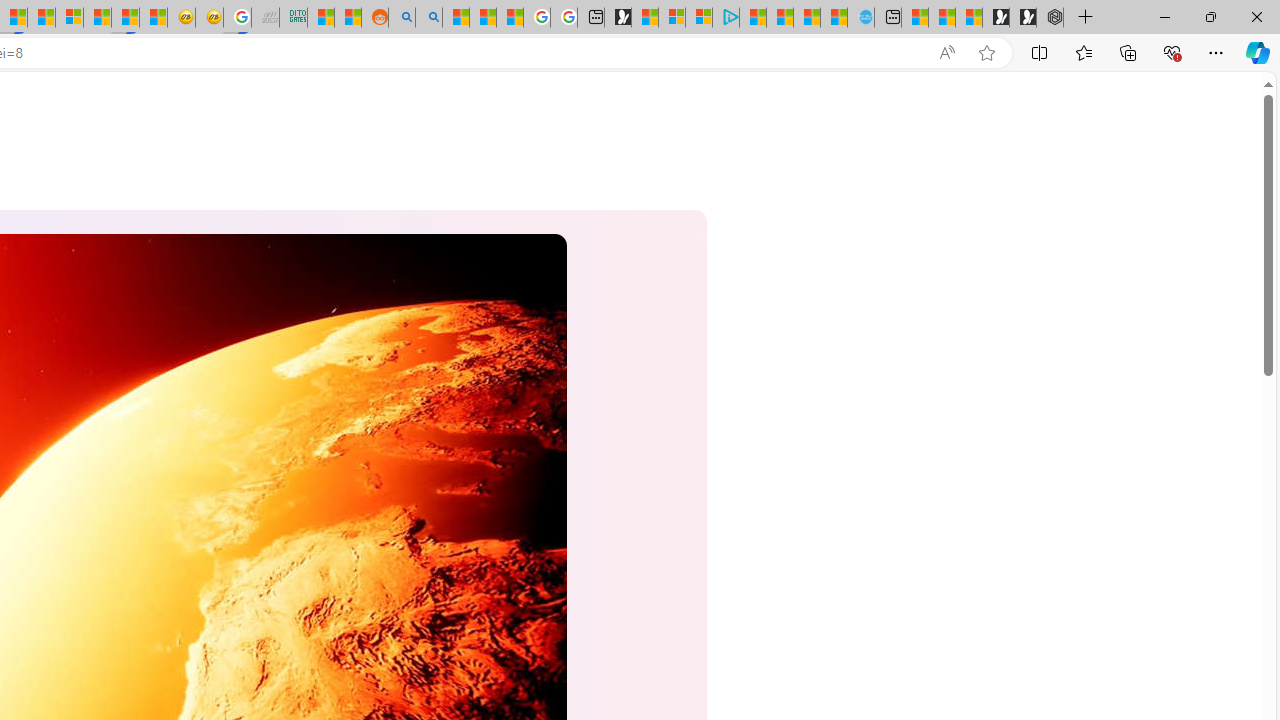  What do you see at coordinates (860, 17) in the screenshot?
I see `'Home | Sky Blue Bikes - Sky Blue Bikes'` at bounding box center [860, 17].